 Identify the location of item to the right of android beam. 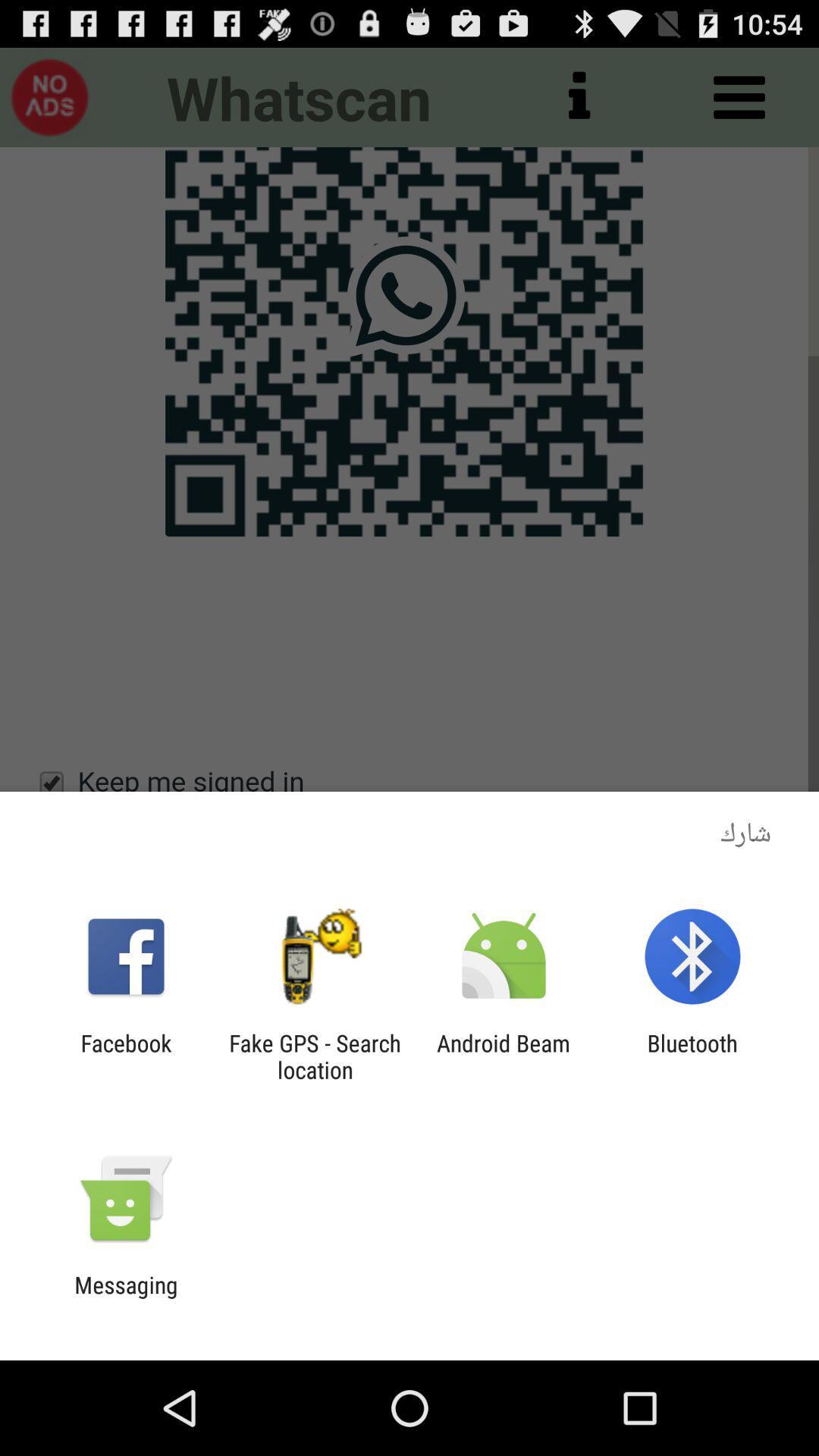
(692, 1056).